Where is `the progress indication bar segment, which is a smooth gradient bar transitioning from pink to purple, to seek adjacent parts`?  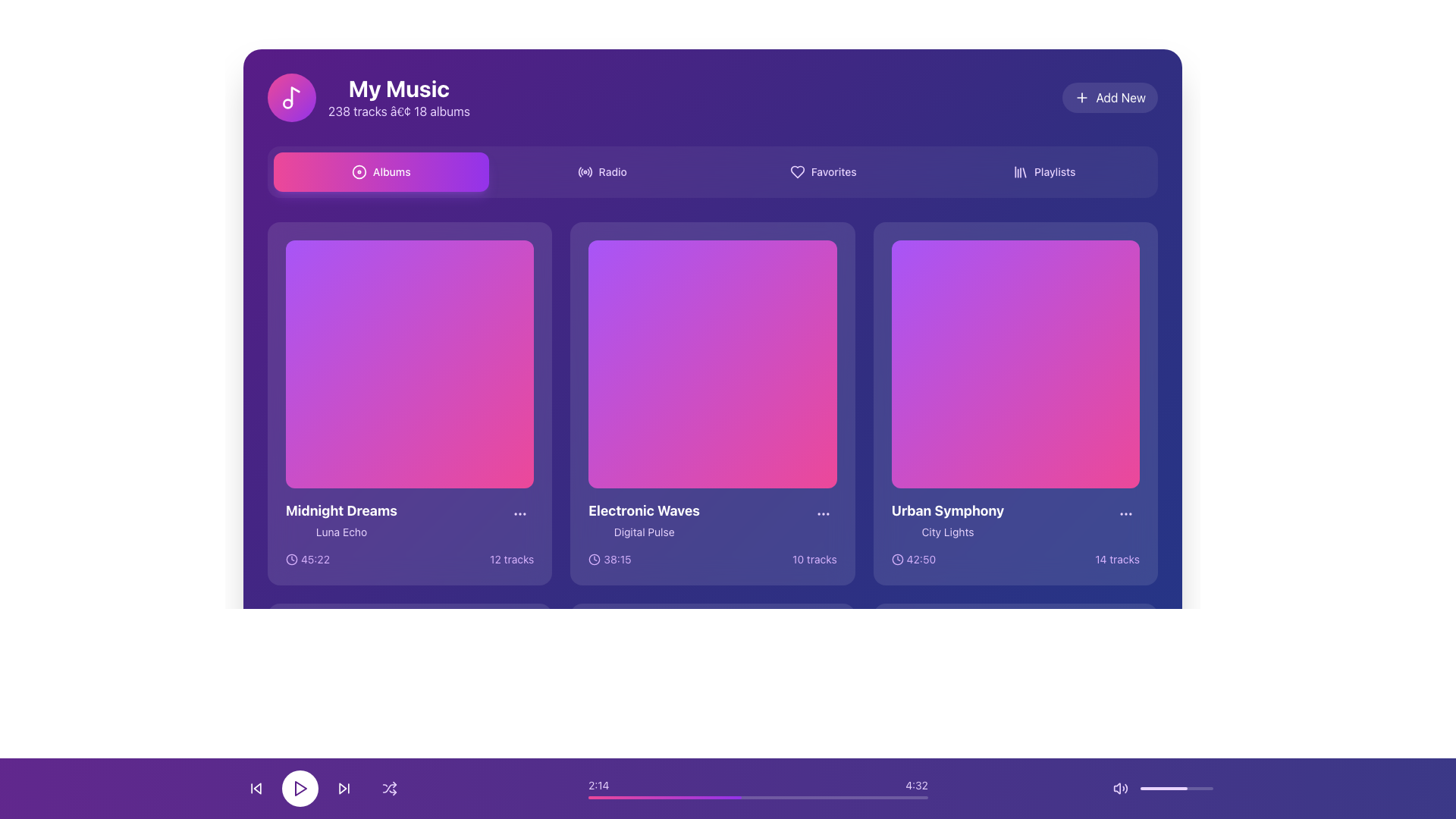
the progress indication bar segment, which is a smooth gradient bar transitioning from pink to purple, to seek adjacent parts is located at coordinates (664, 797).